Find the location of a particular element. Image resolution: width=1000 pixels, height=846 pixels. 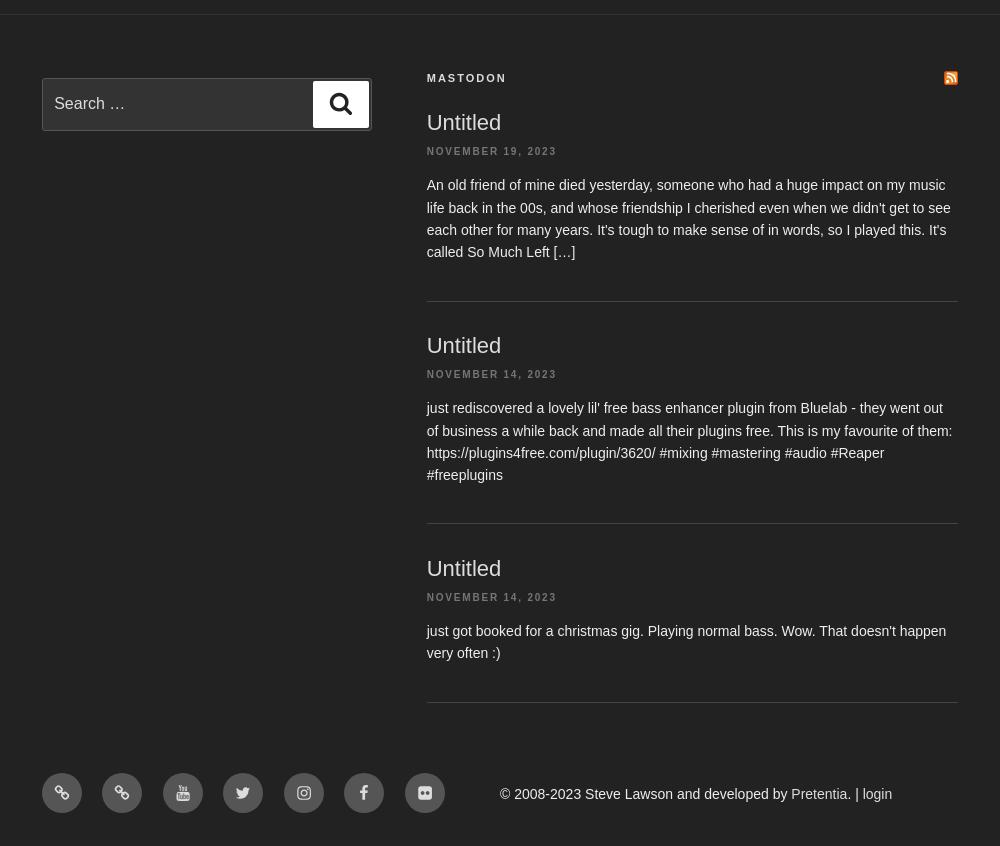

'Pretentia' is located at coordinates (818, 793).